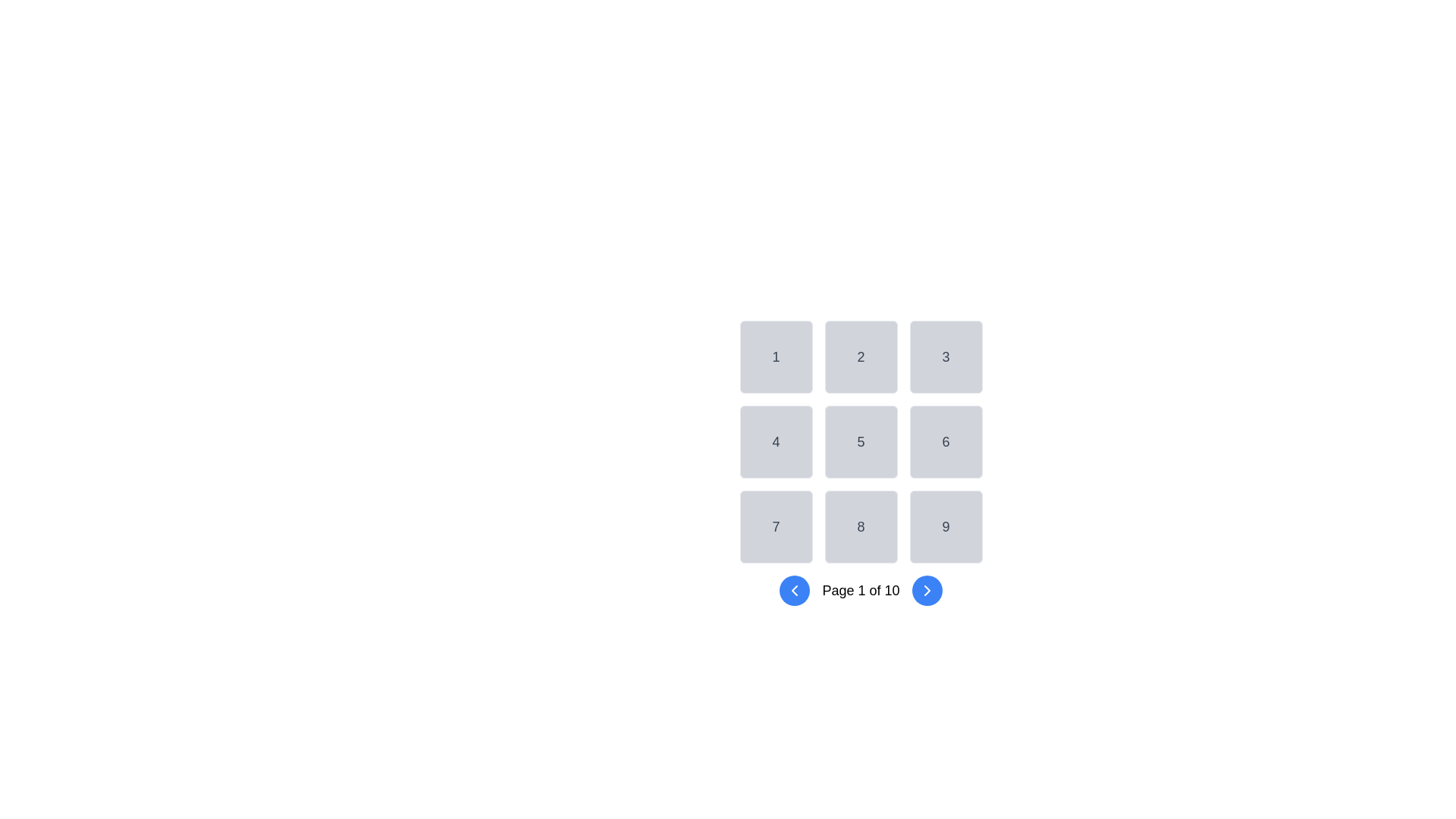  Describe the element at coordinates (926, 590) in the screenshot. I see `the right-facing chevron-shaped icon (▶) within the blue circular button located in the bottom-right corner of the interface` at that location.